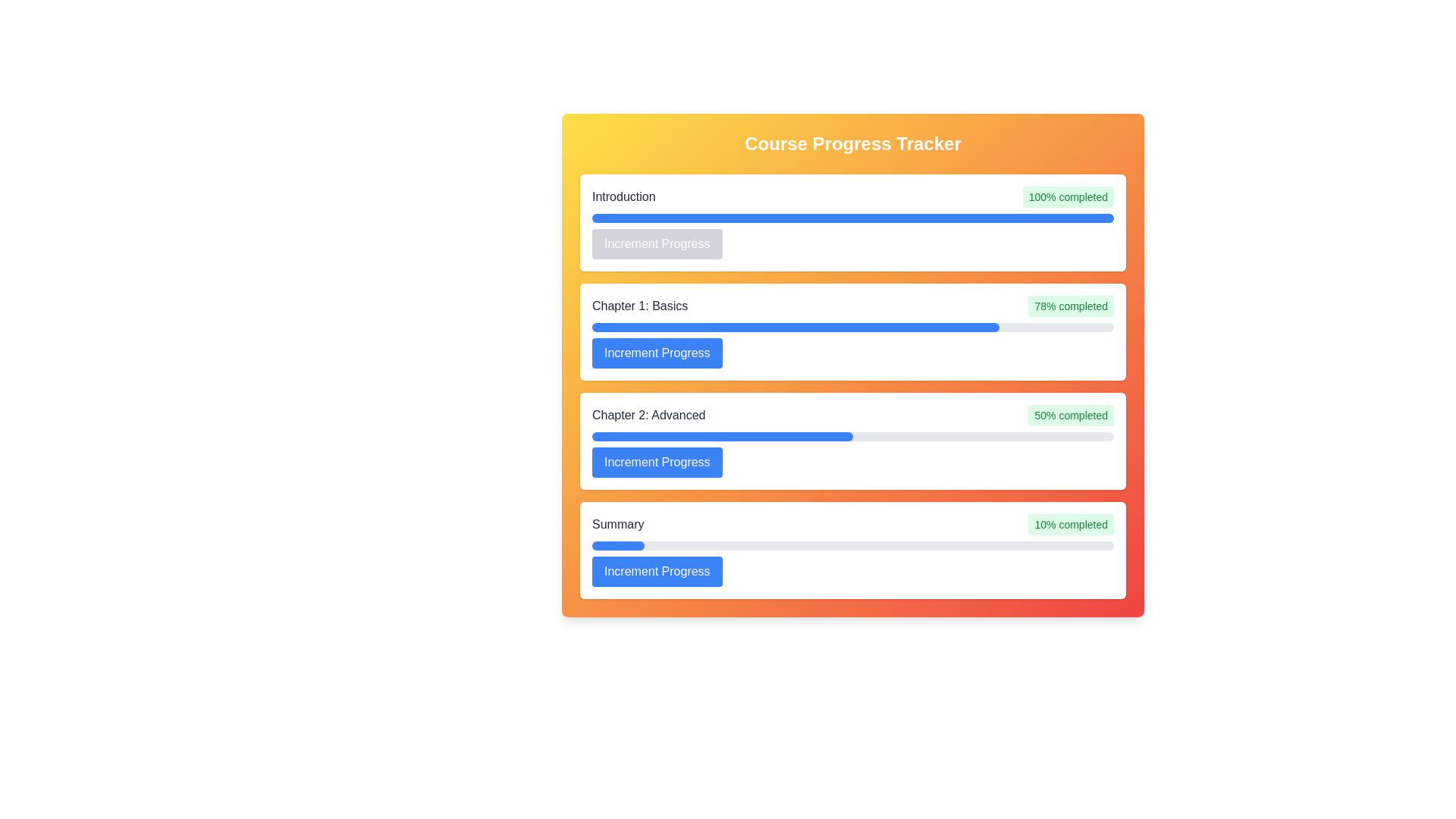 The width and height of the screenshot is (1456, 819). Describe the element at coordinates (722, 436) in the screenshot. I see `the filled portion of the progress bar indicating approximately 50% completion for 'Chapter 2: Advanced'` at that location.